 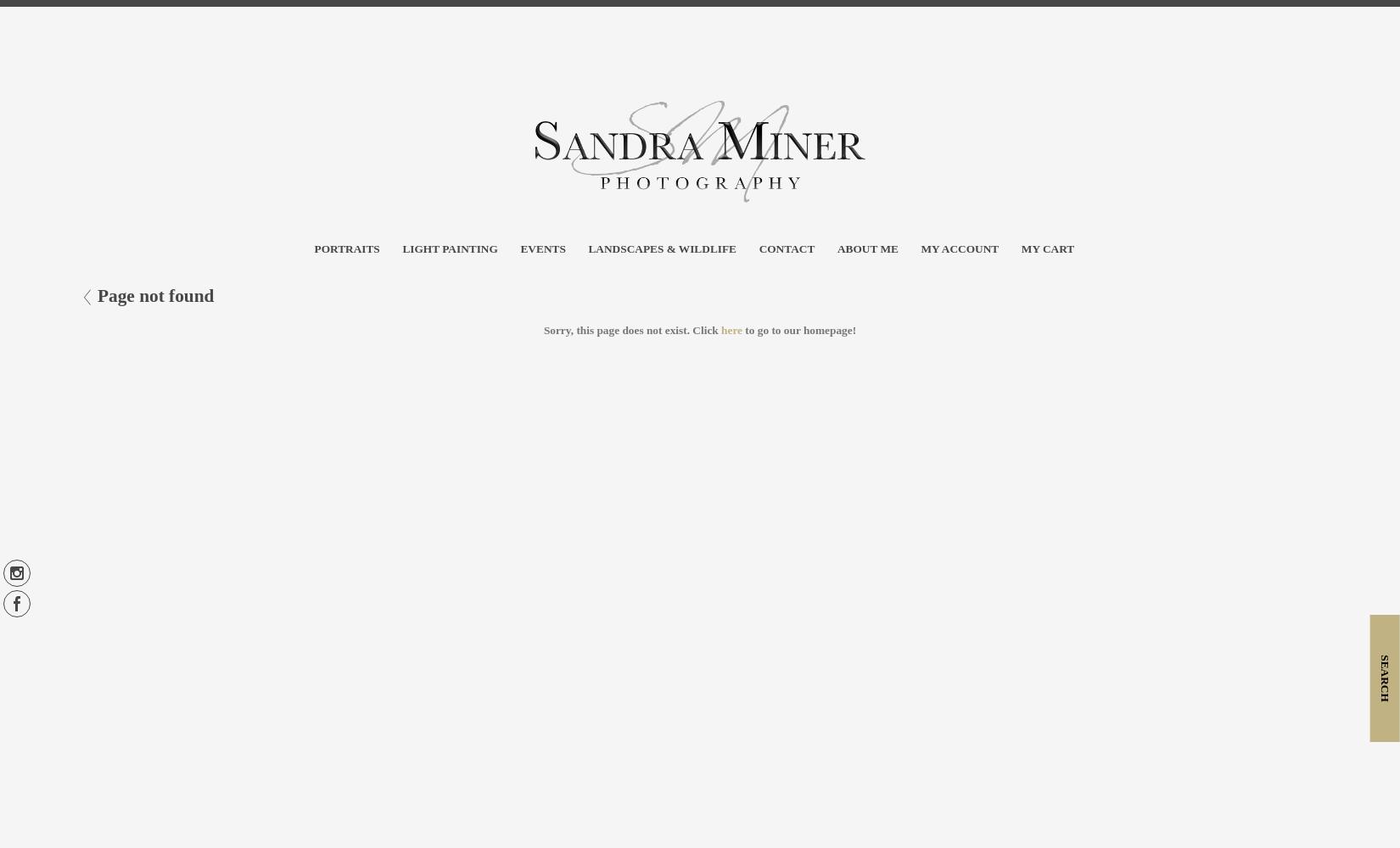 What do you see at coordinates (154, 295) in the screenshot?
I see `'Page not found'` at bounding box center [154, 295].